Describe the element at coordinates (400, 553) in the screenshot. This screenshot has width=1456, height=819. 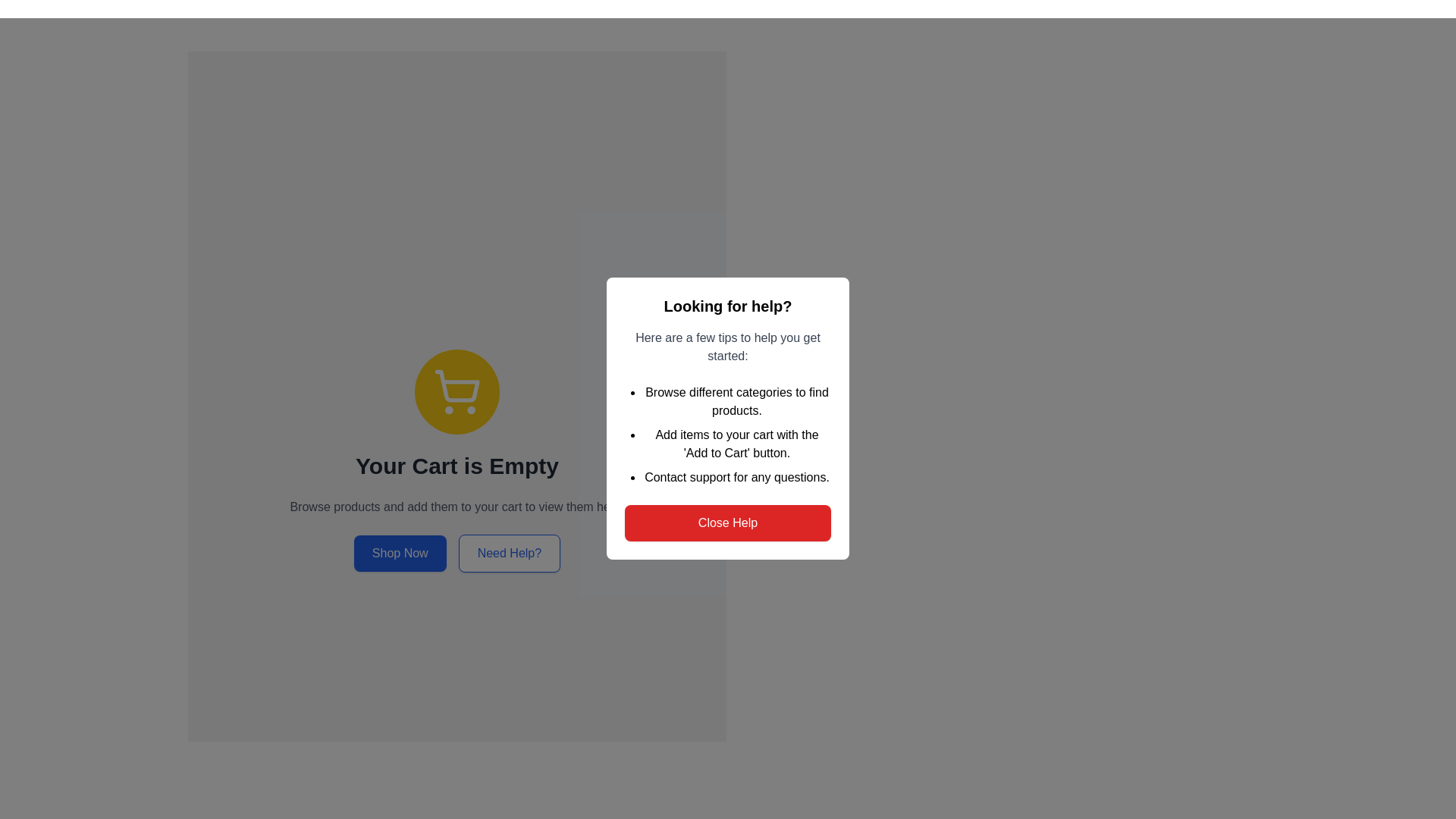
I see `the shopping initiation button located below 'Your Cart is Empty' and to the left of the 'Need Help?' button` at that location.